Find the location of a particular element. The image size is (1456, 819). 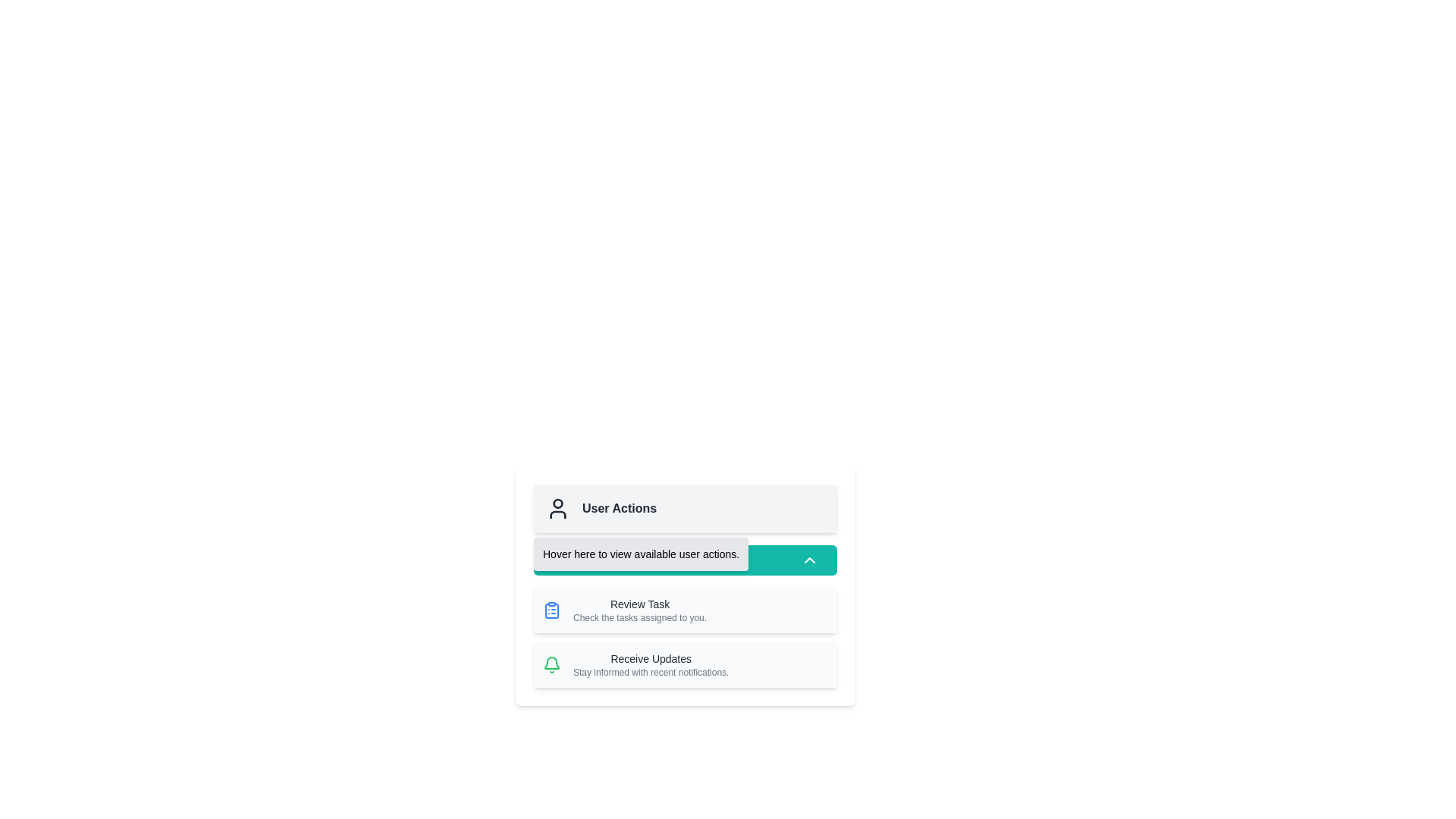

the text block that reads 'Review Task' in bold font, which is located in the second row of the 'User Actions' section, directly below a clipboard icon is located at coordinates (640, 610).